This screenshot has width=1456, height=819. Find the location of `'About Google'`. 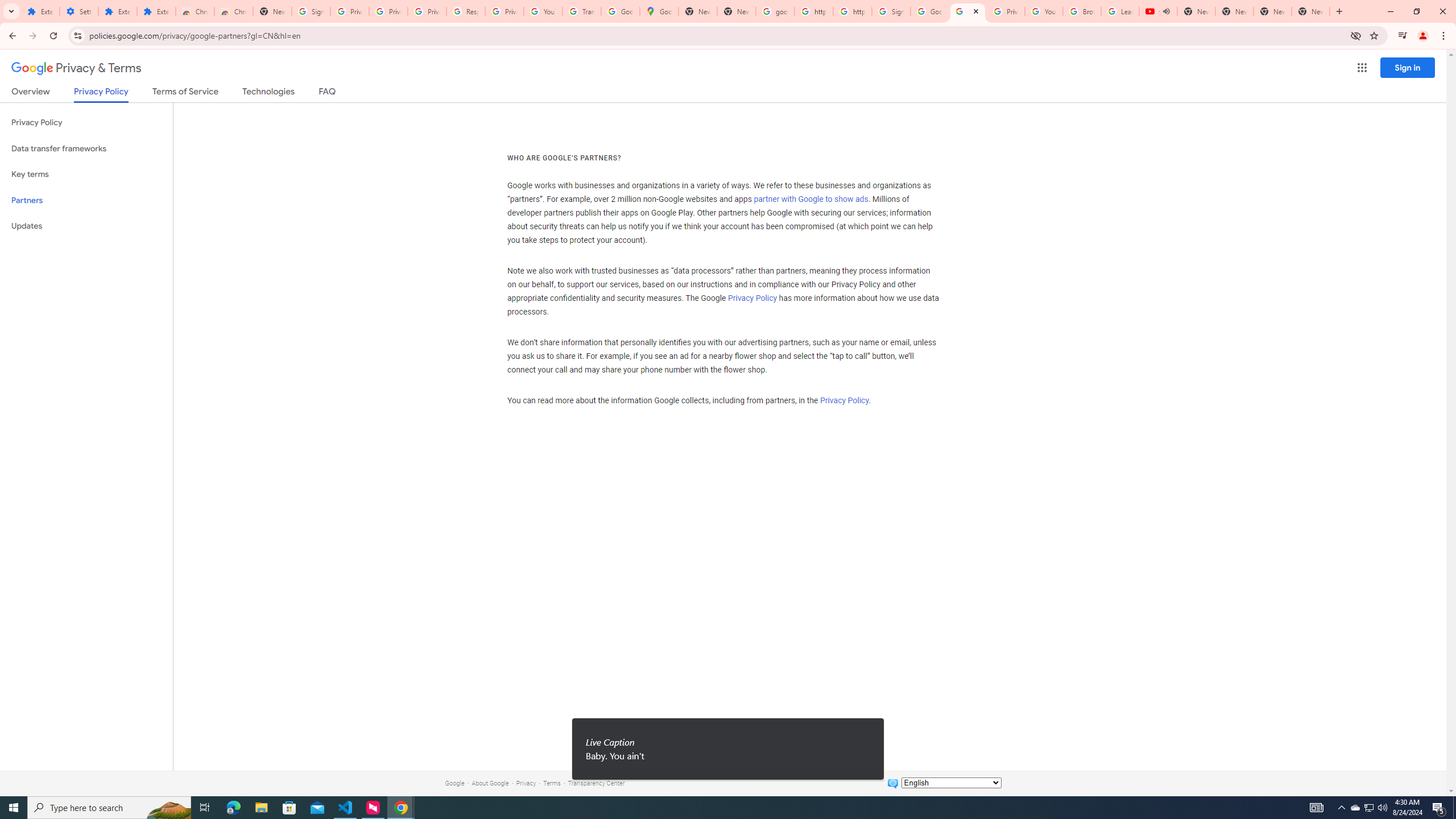

'About Google' is located at coordinates (490, 783).